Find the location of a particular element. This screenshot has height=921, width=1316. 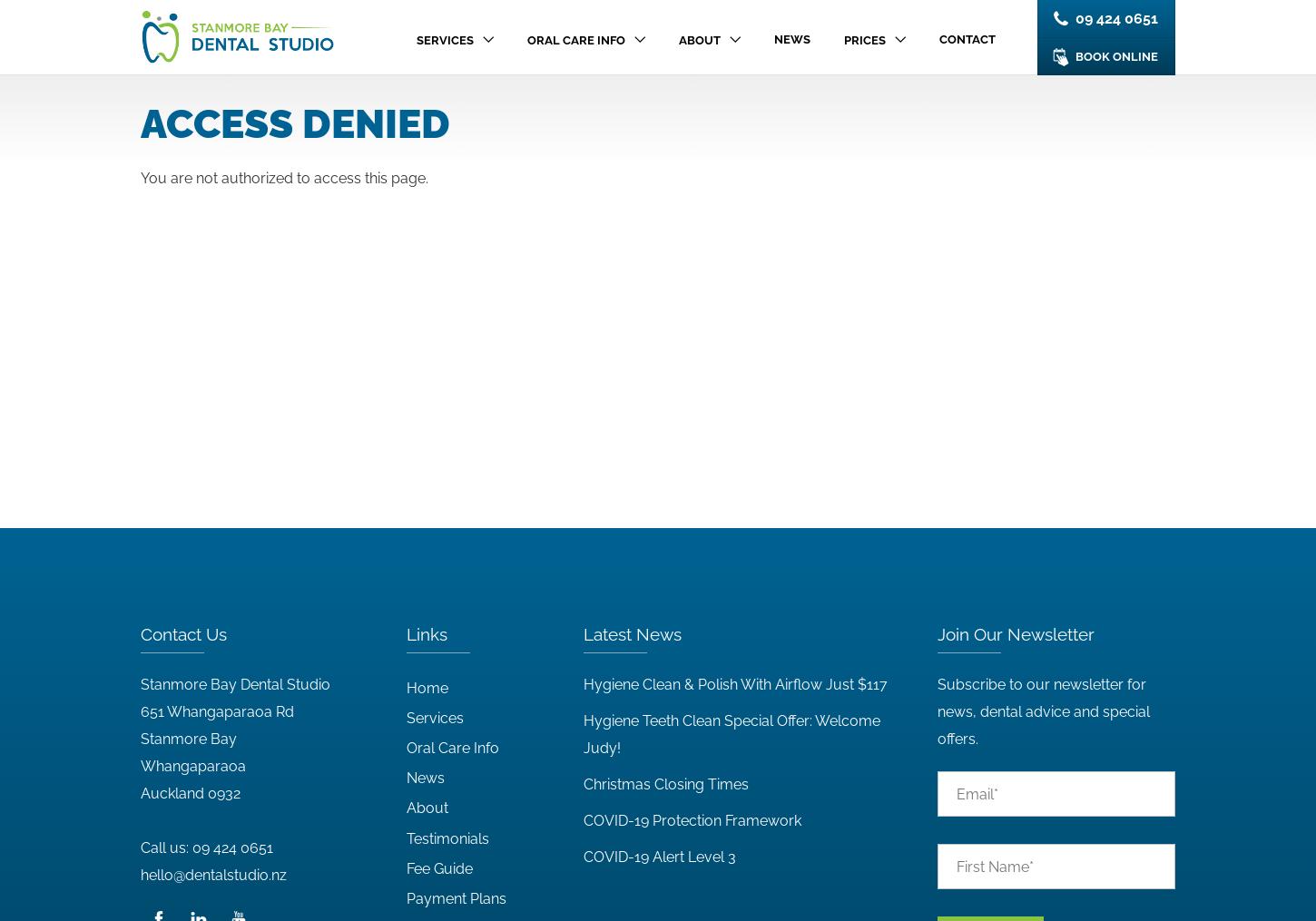

'Subscribe to our newsletter for news, dental advice and special offers.' is located at coordinates (1041, 710).